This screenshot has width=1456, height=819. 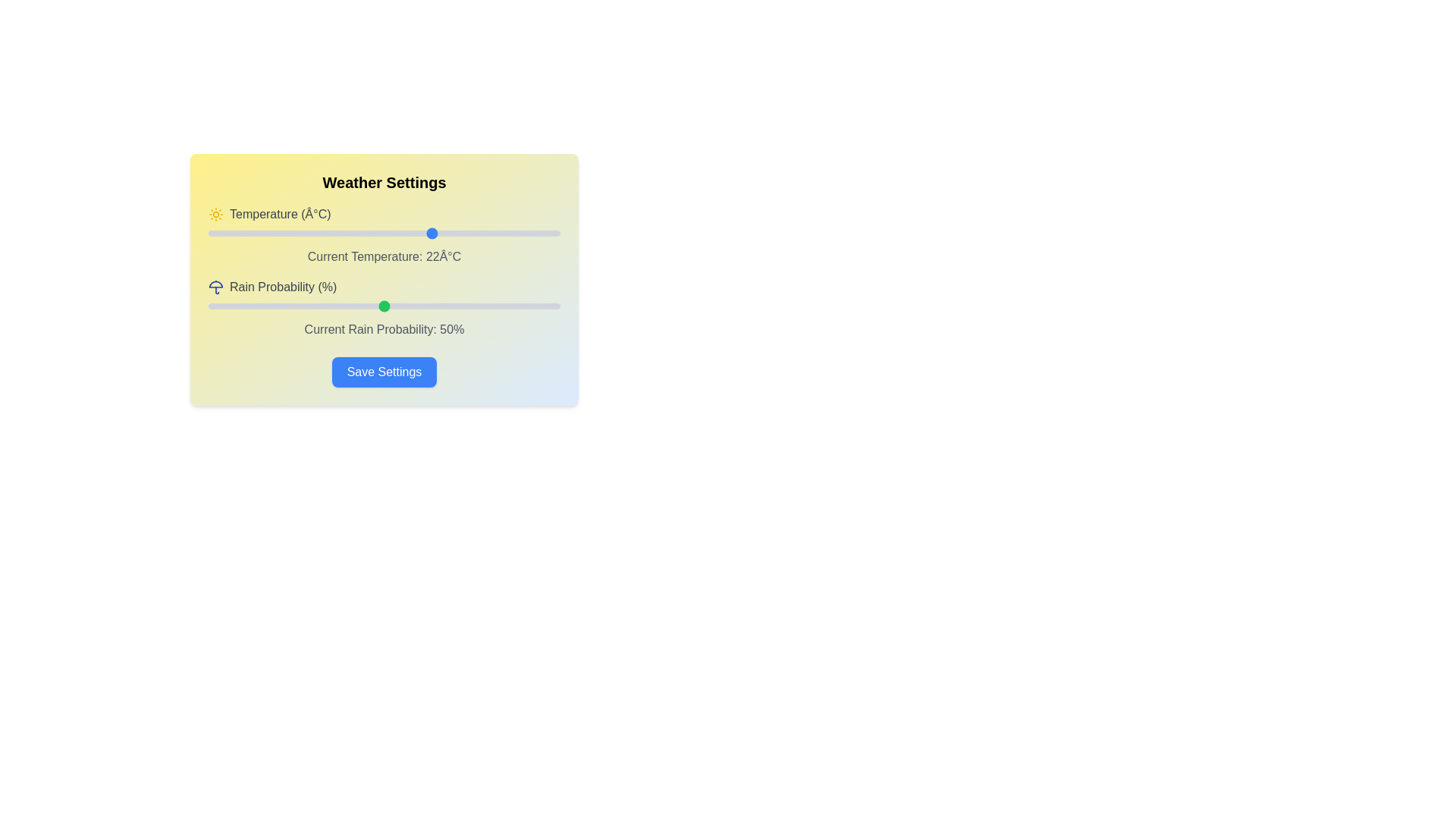 I want to click on the temperature slider to 9 degrees Celsius, so click(x=341, y=234).